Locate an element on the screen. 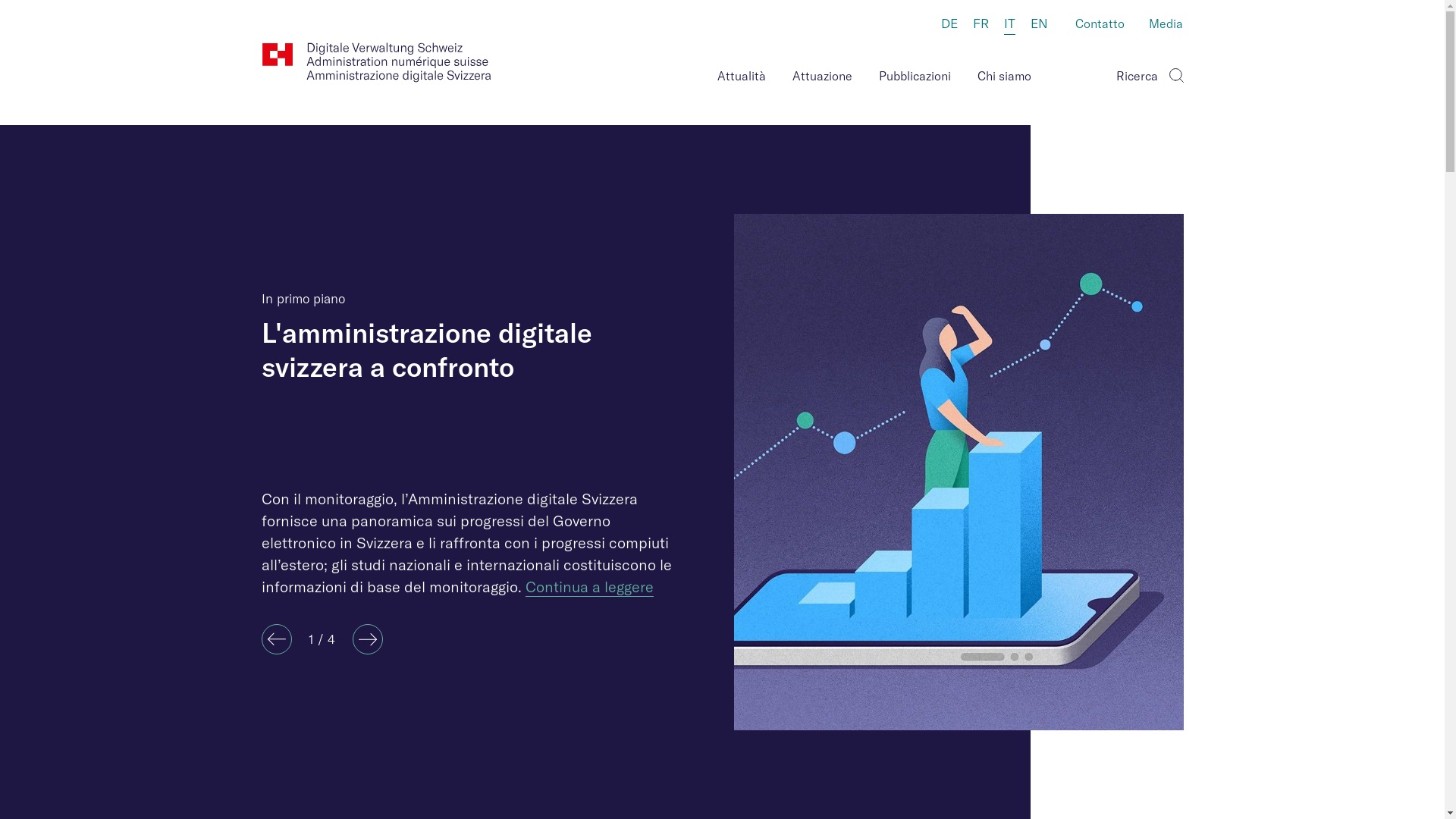  'Contatto' is located at coordinates (1099, 25).